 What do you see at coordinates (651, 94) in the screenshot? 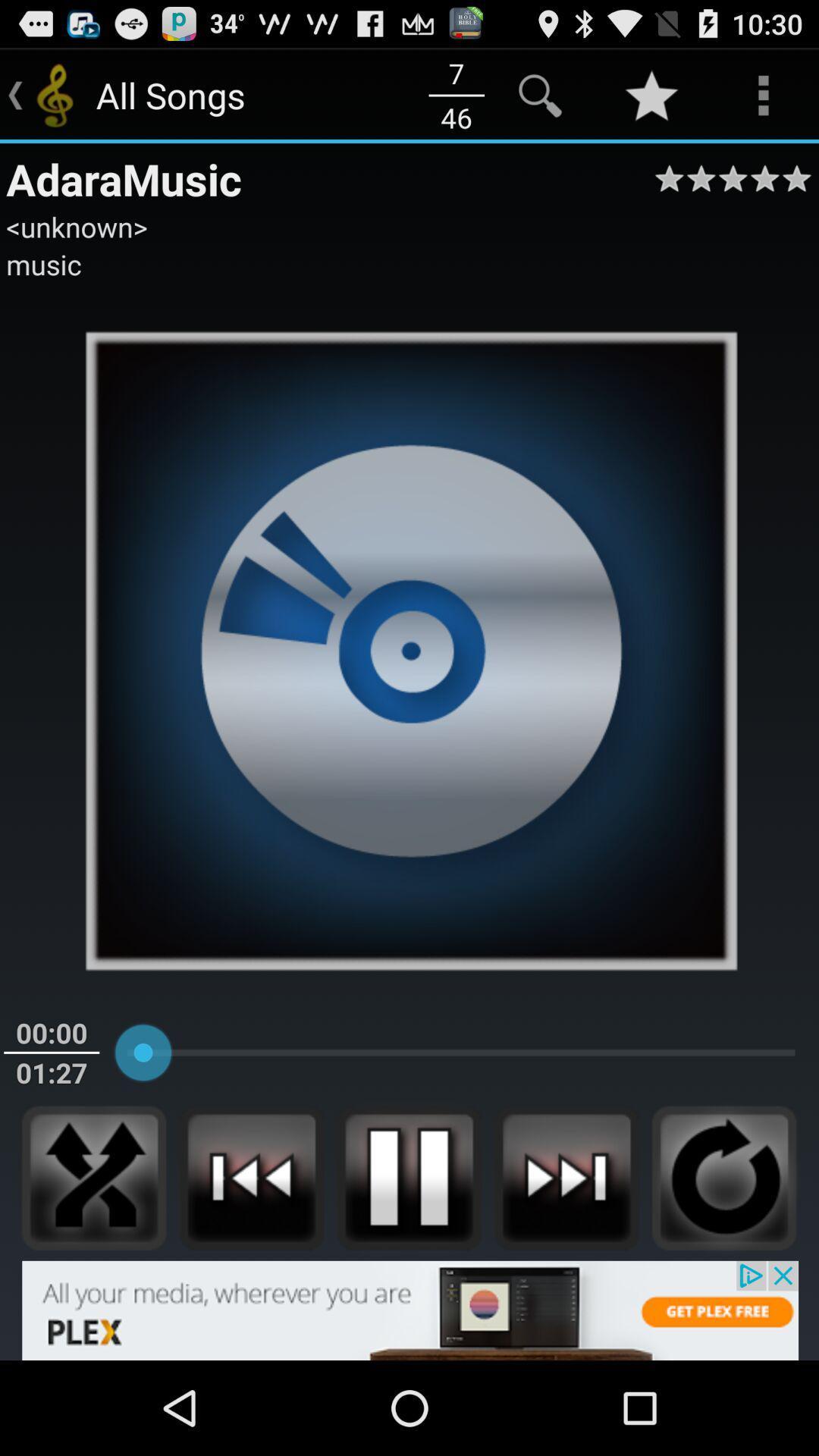
I see `symbol beside to search symbol` at bounding box center [651, 94].